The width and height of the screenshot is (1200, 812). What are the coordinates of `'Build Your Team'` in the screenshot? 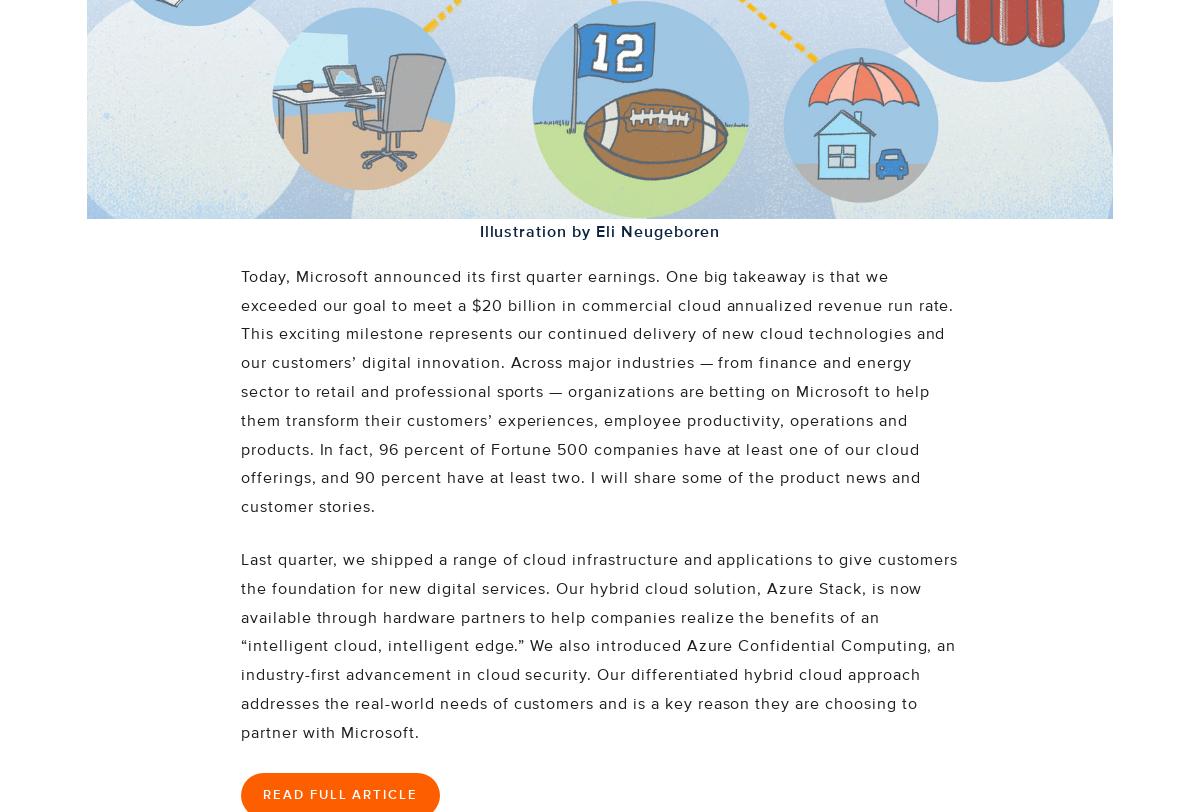 It's located at (145, 189).